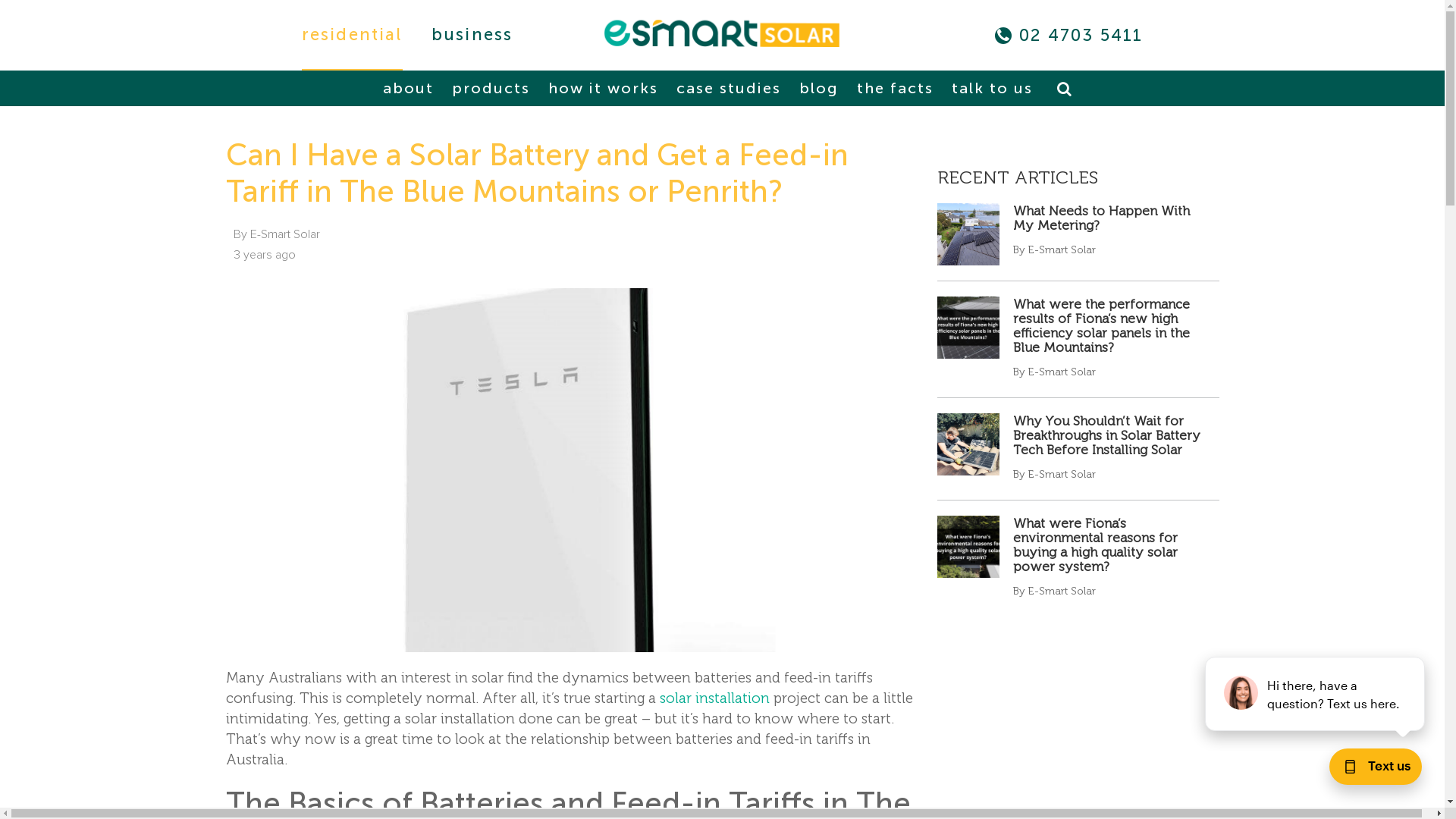 The height and width of the screenshot is (819, 1456). Describe the element at coordinates (408, 88) in the screenshot. I see `'about'` at that location.